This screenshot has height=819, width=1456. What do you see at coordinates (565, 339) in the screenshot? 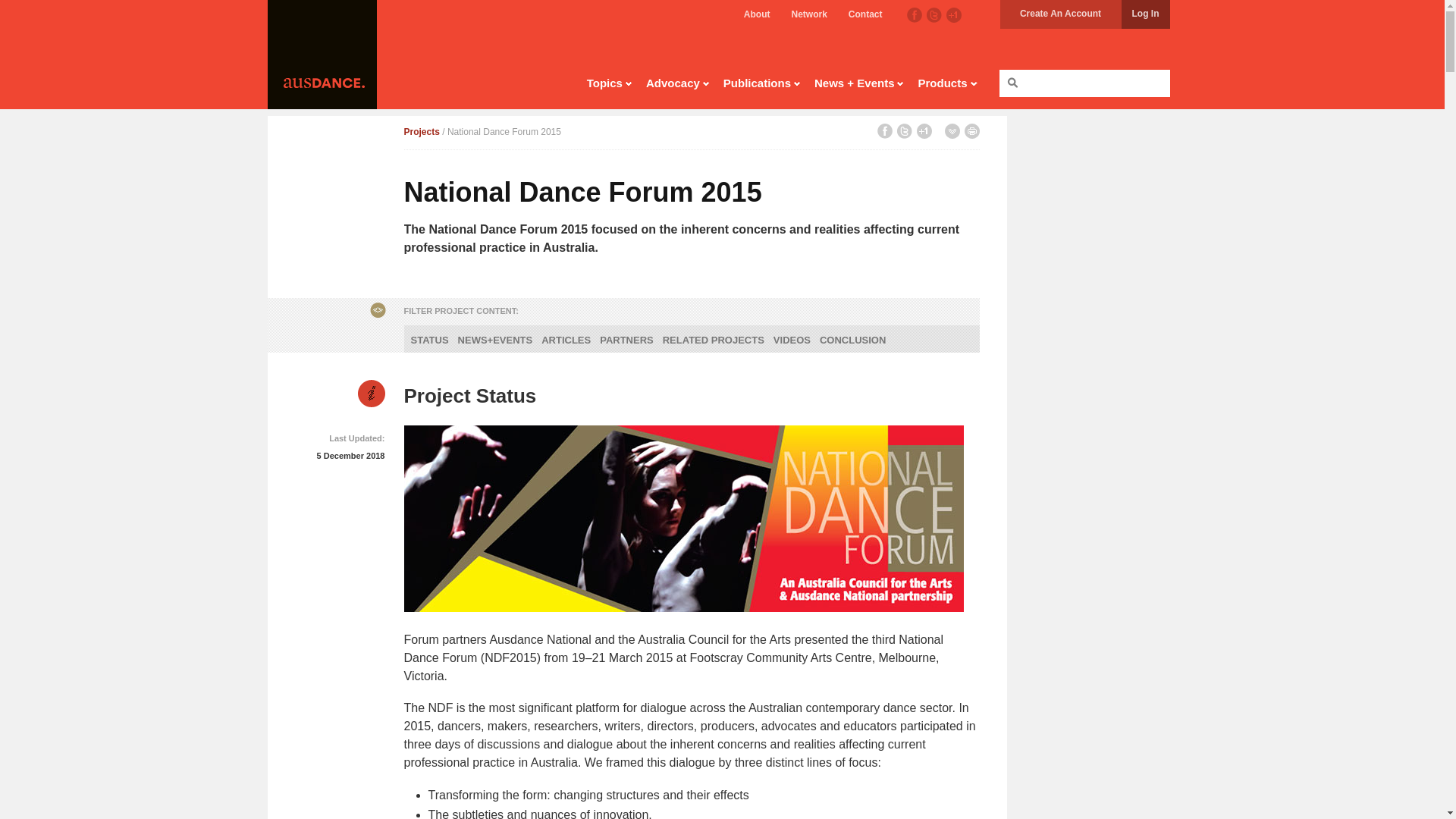
I see `'ARTICLES'` at bounding box center [565, 339].